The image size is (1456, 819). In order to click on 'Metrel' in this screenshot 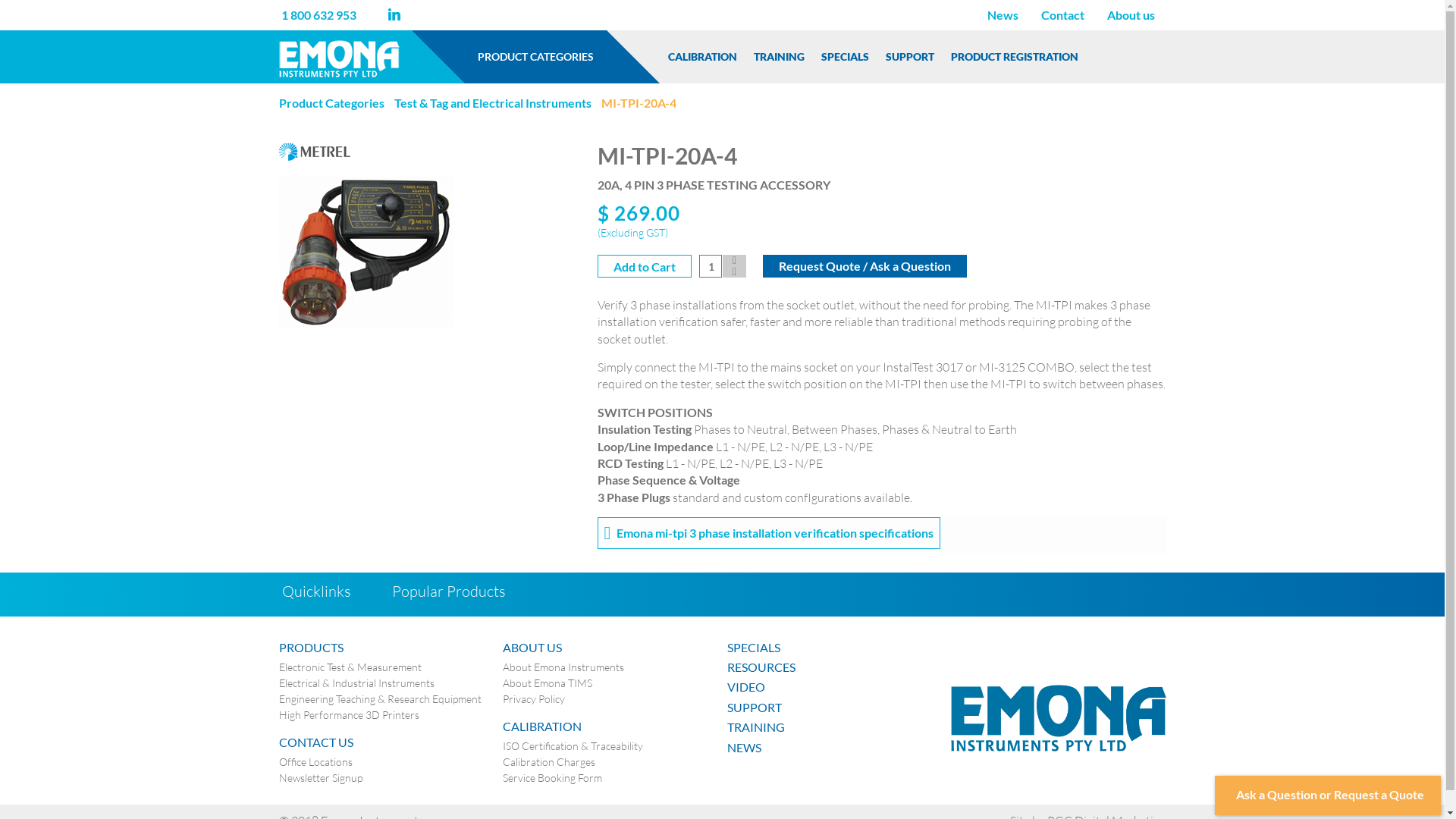, I will do `click(279, 149)`.